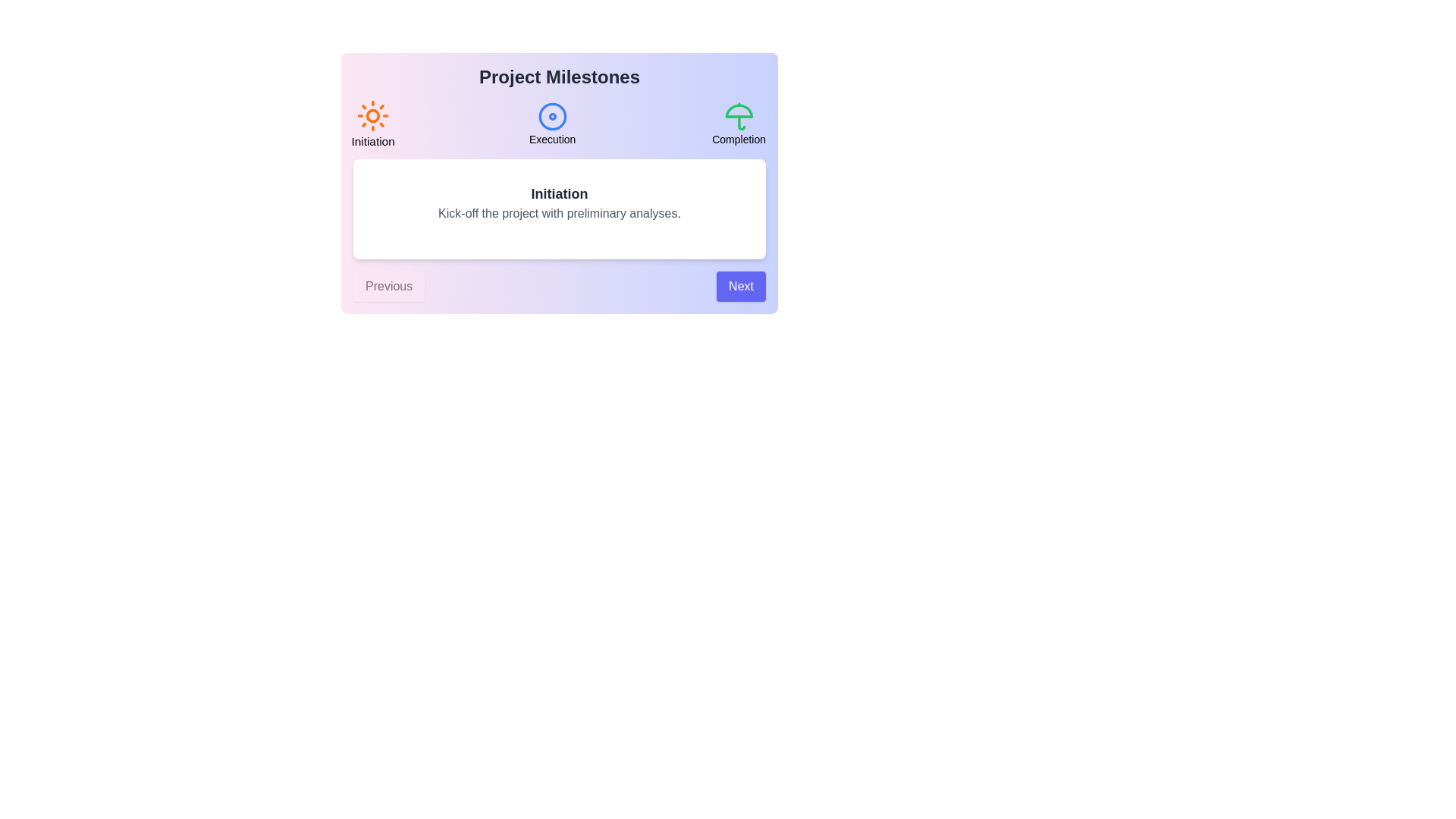 This screenshot has width=1456, height=819. What do you see at coordinates (389, 287) in the screenshot?
I see `the 'Previous' button to navigate to the preceding step` at bounding box center [389, 287].